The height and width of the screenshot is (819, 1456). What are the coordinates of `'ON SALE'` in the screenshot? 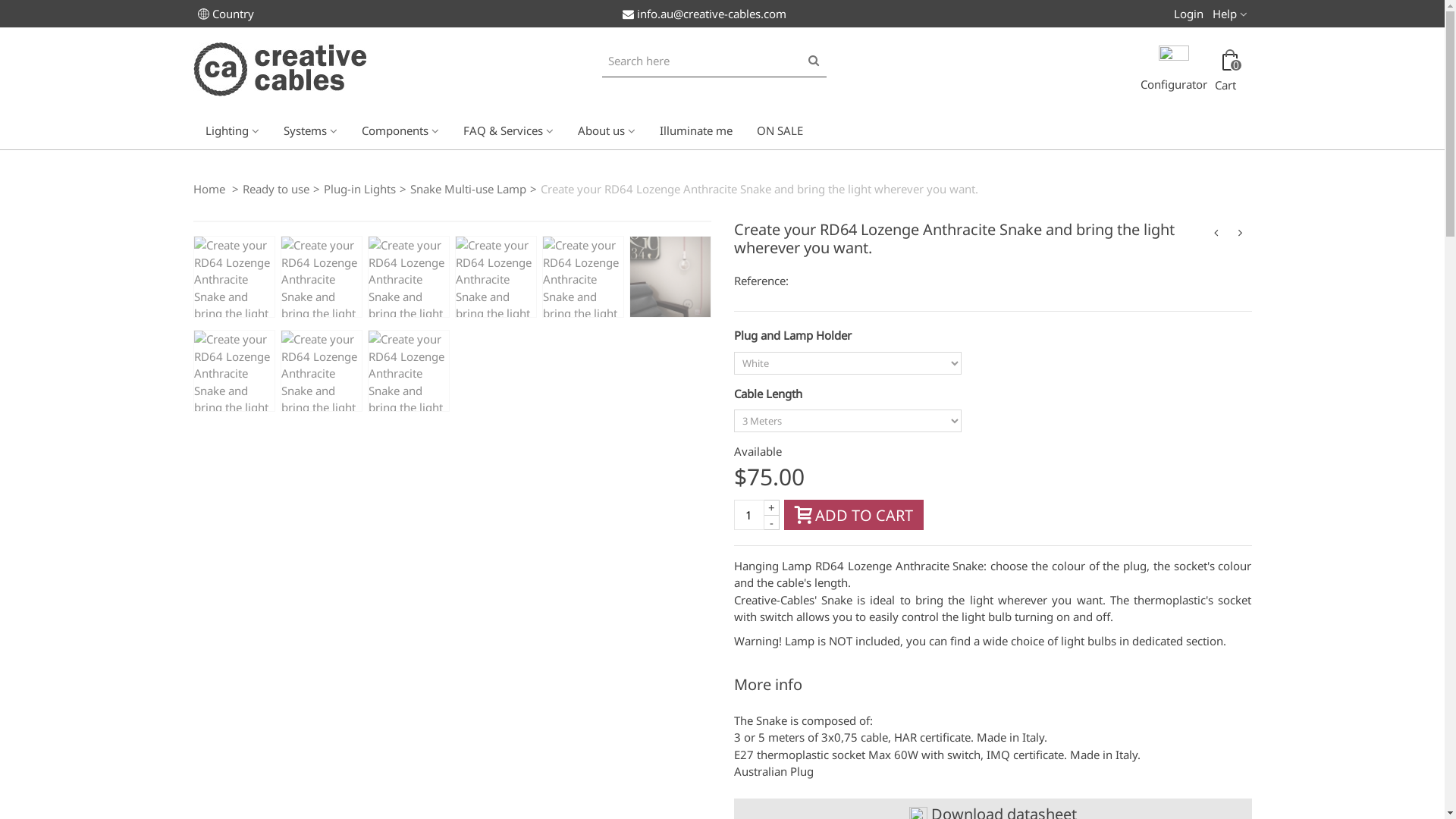 It's located at (745, 128).